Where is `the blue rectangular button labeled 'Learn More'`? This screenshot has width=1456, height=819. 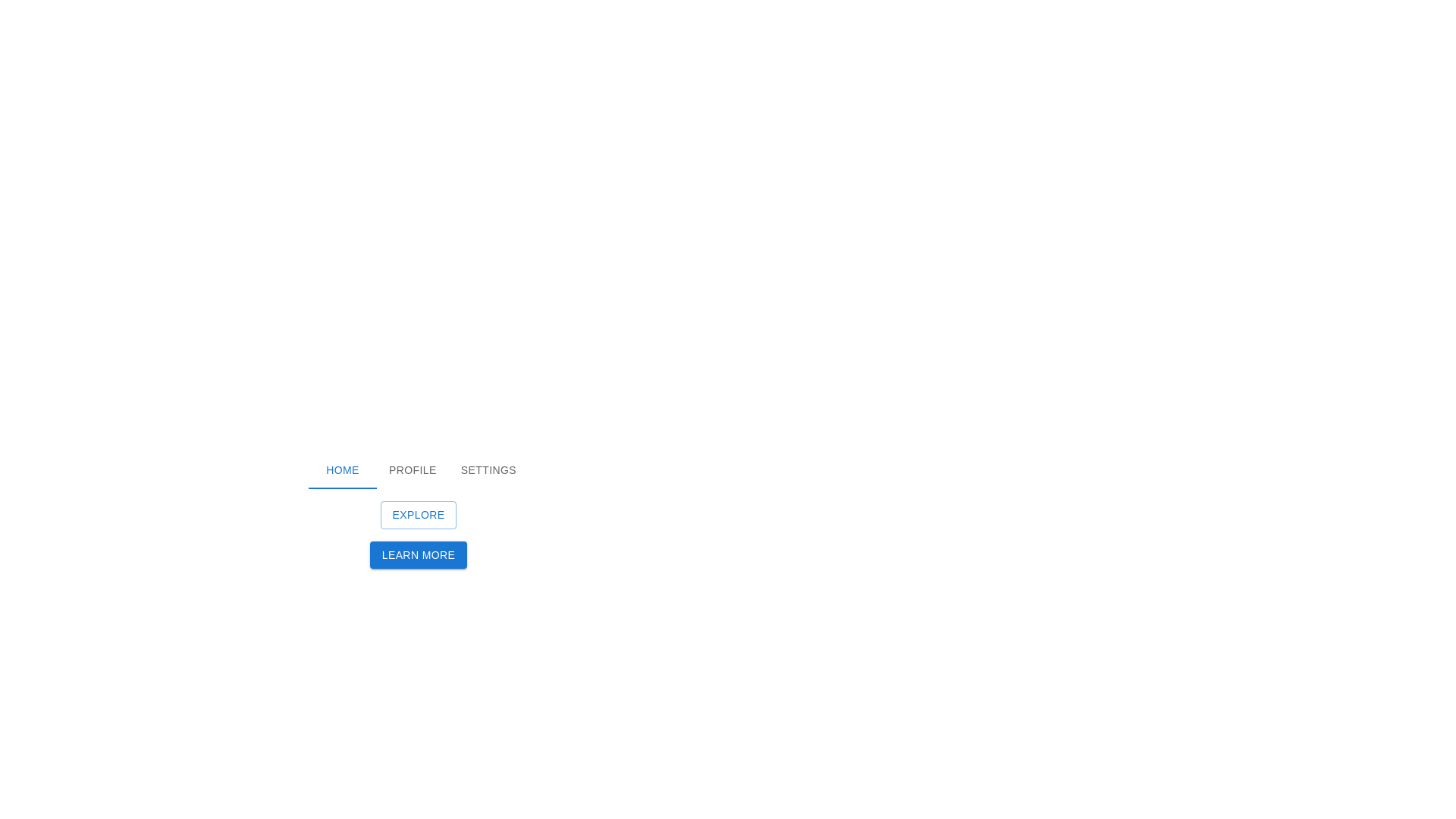 the blue rectangular button labeled 'Learn More' is located at coordinates (419, 554).